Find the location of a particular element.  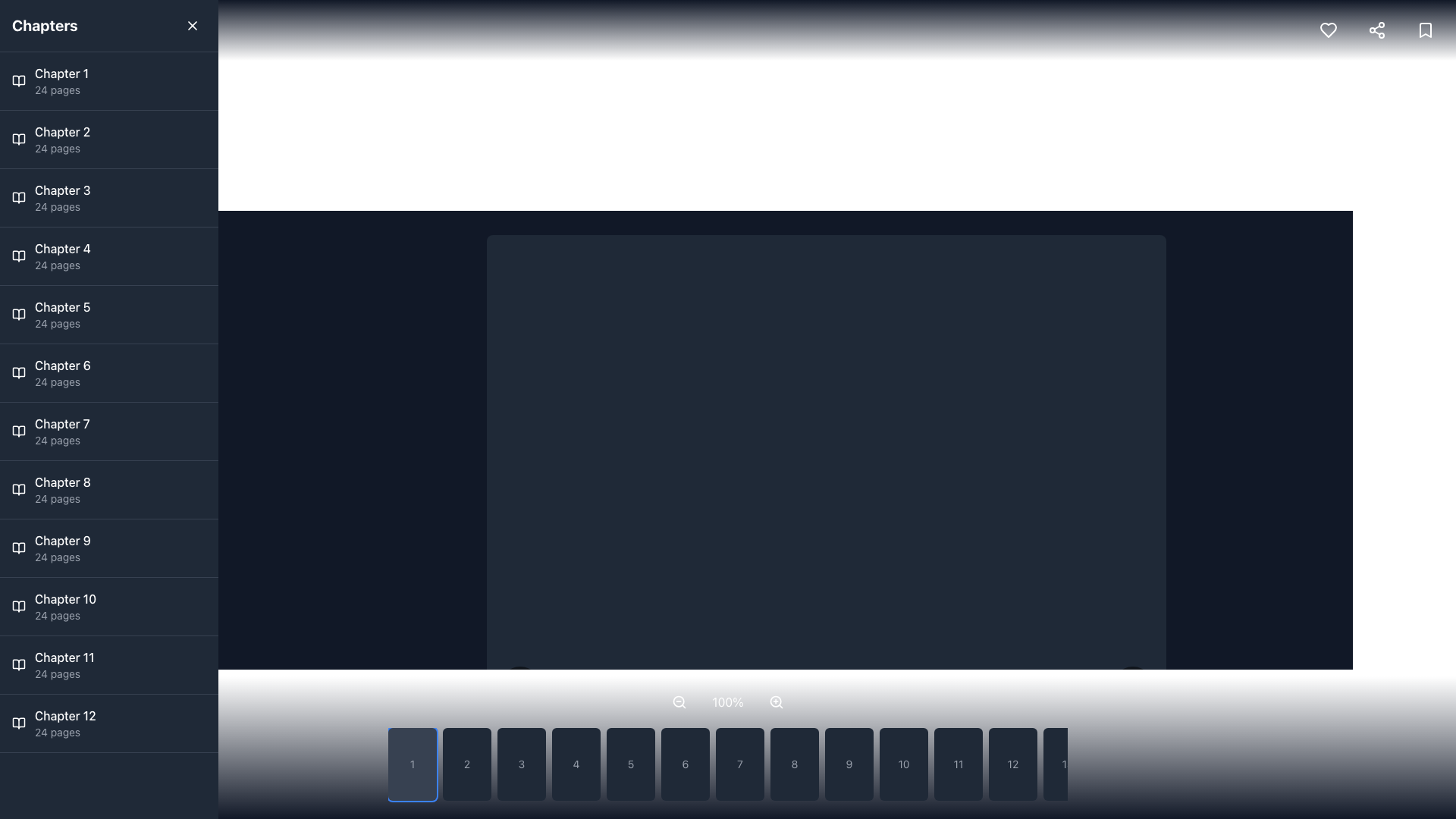

the SVG graphic component representing the lens of a magnifying glass located in the bottom control bar of the interface is located at coordinates (776, 701).